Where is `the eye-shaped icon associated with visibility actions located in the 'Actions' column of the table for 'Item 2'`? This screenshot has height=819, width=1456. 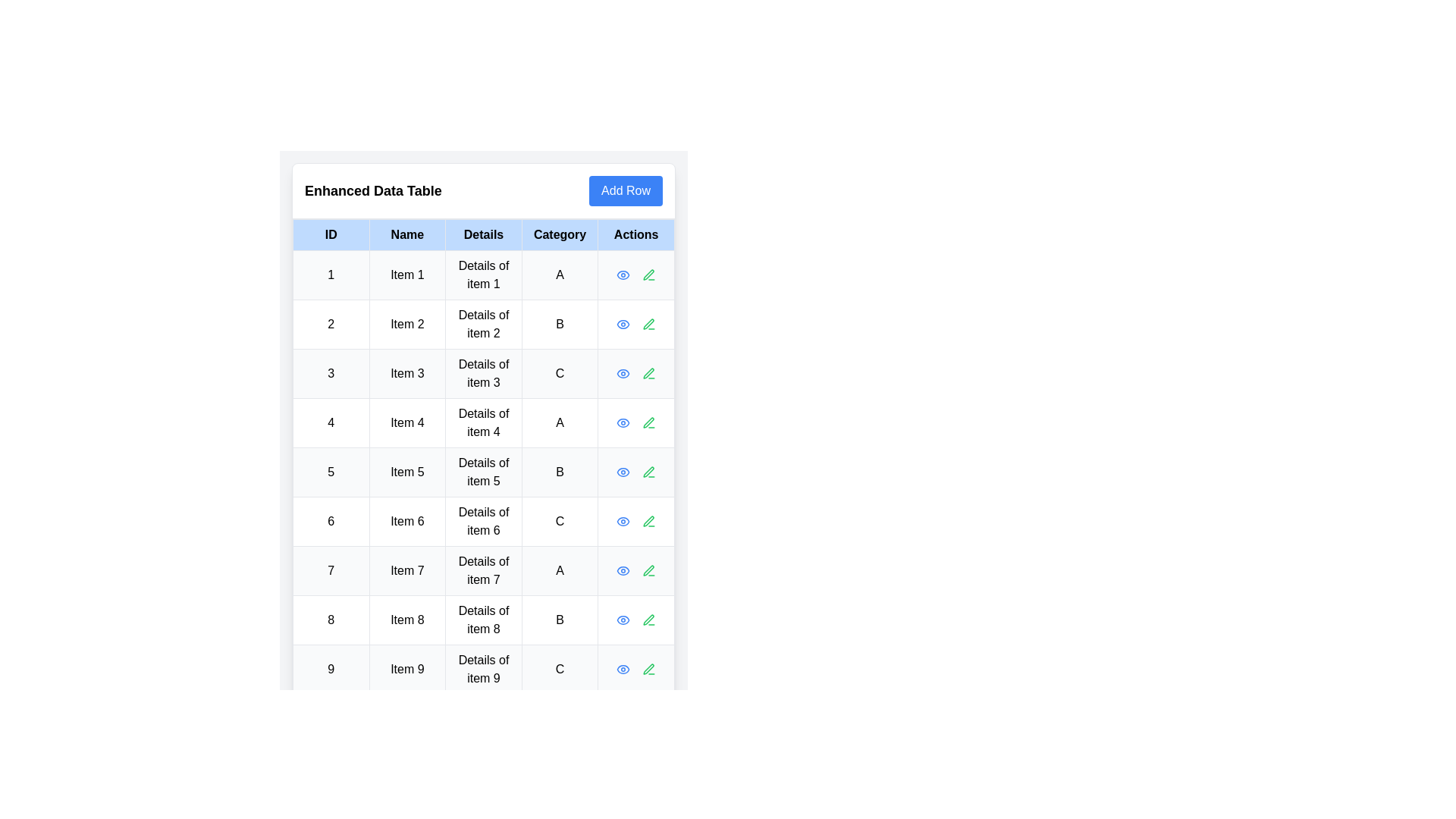 the eye-shaped icon associated with visibility actions located in the 'Actions' column of the table for 'Item 2' is located at coordinates (623, 324).